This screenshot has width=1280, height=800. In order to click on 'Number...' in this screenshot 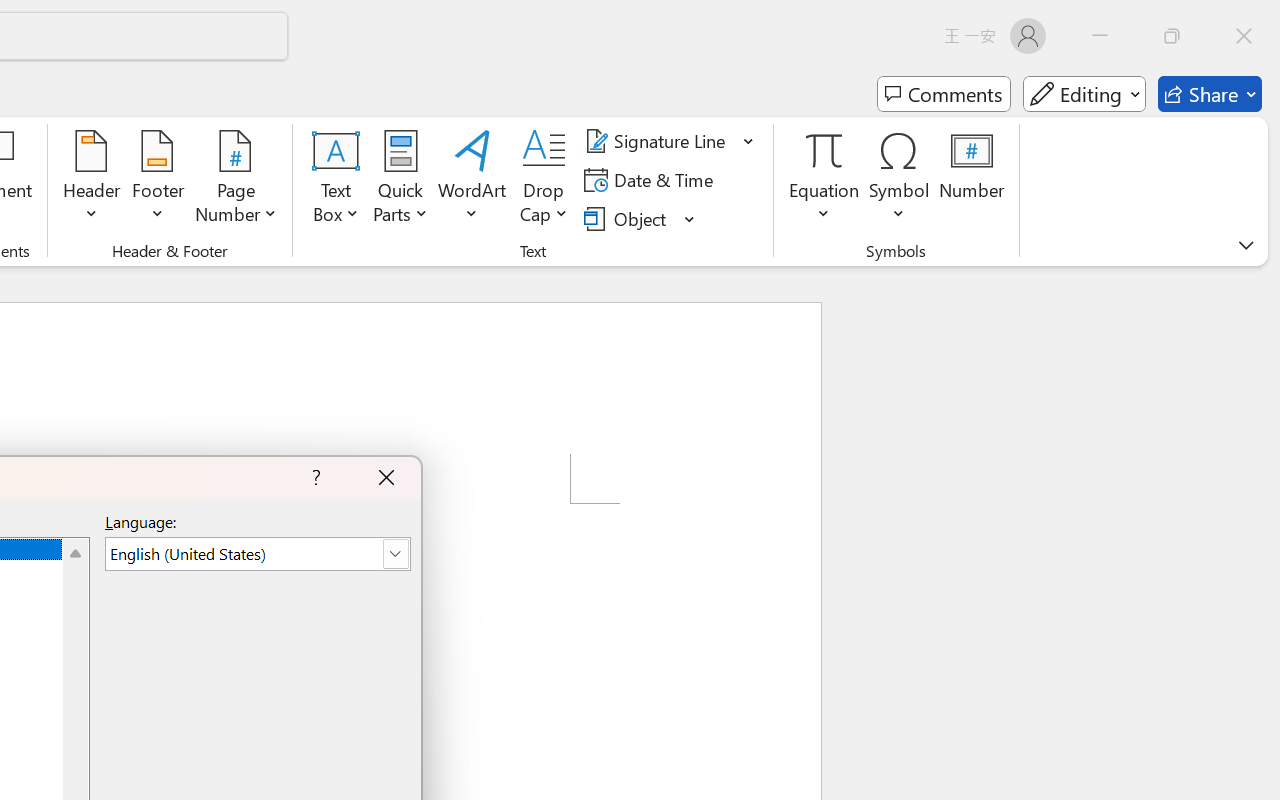, I will do `click(972, 179)`.